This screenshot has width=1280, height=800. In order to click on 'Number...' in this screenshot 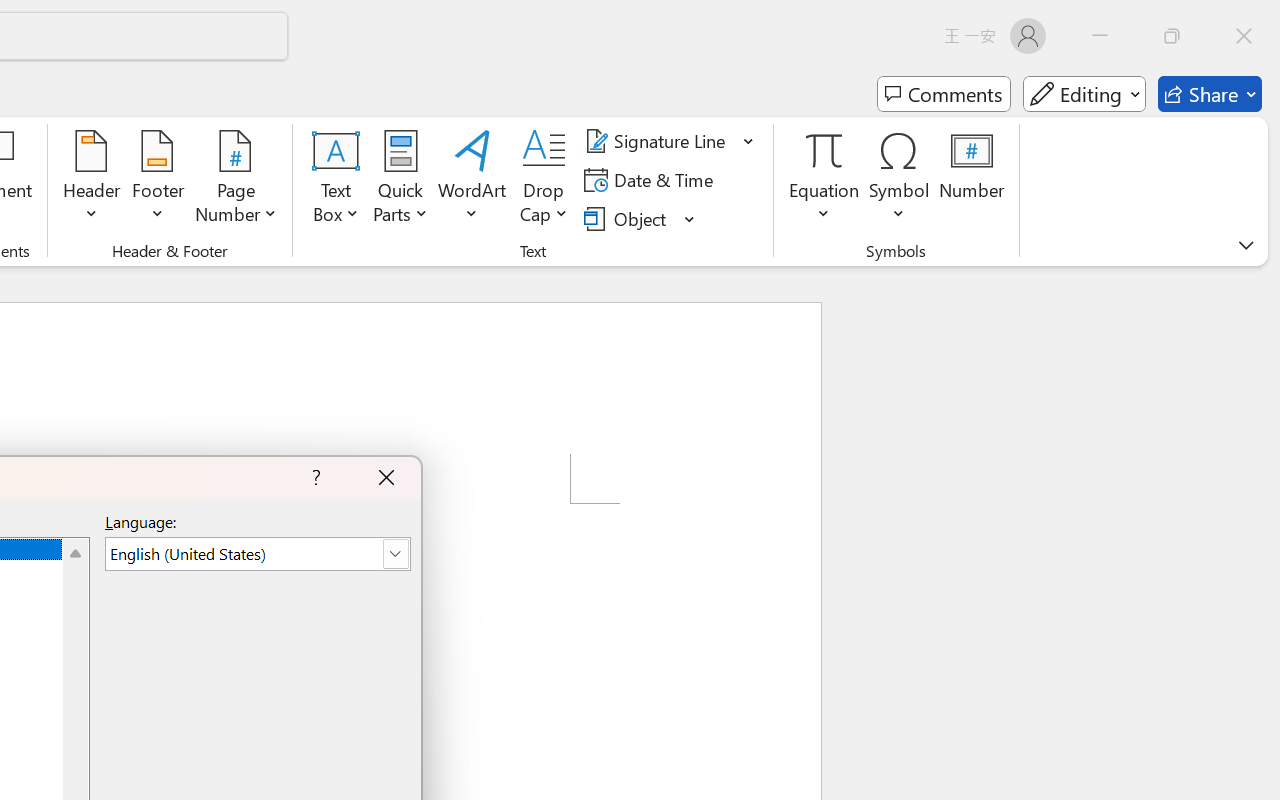, I will do `click(972, 179)`.